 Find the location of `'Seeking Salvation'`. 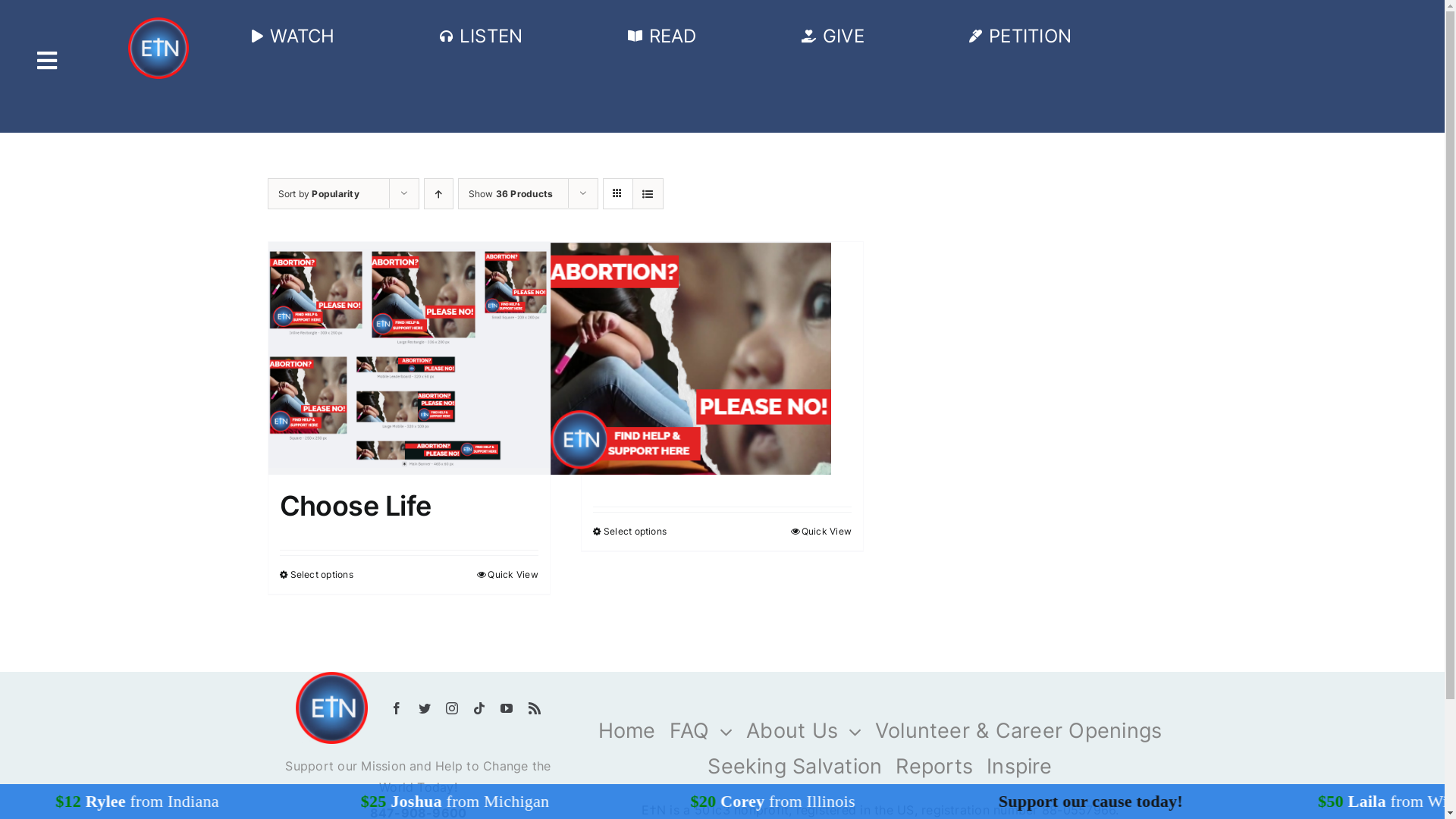

'Seeking Salvation' is located at coordinates (700, 766).